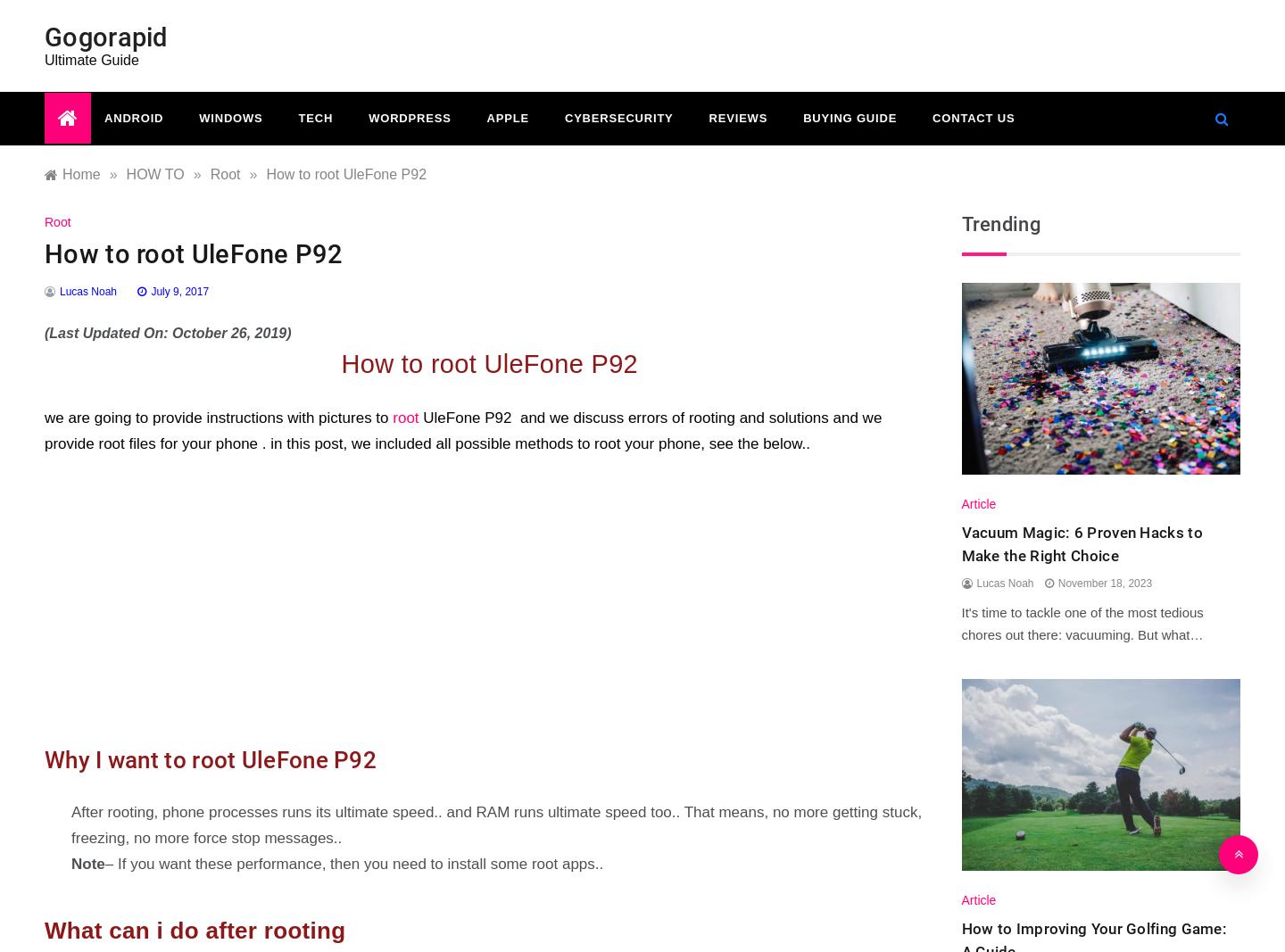 This screenshot has height=952, width=1285. What do you see at coordinates (229, 117) in the screenshot?
I see `'Windows'` at bounding box center [229, 117].